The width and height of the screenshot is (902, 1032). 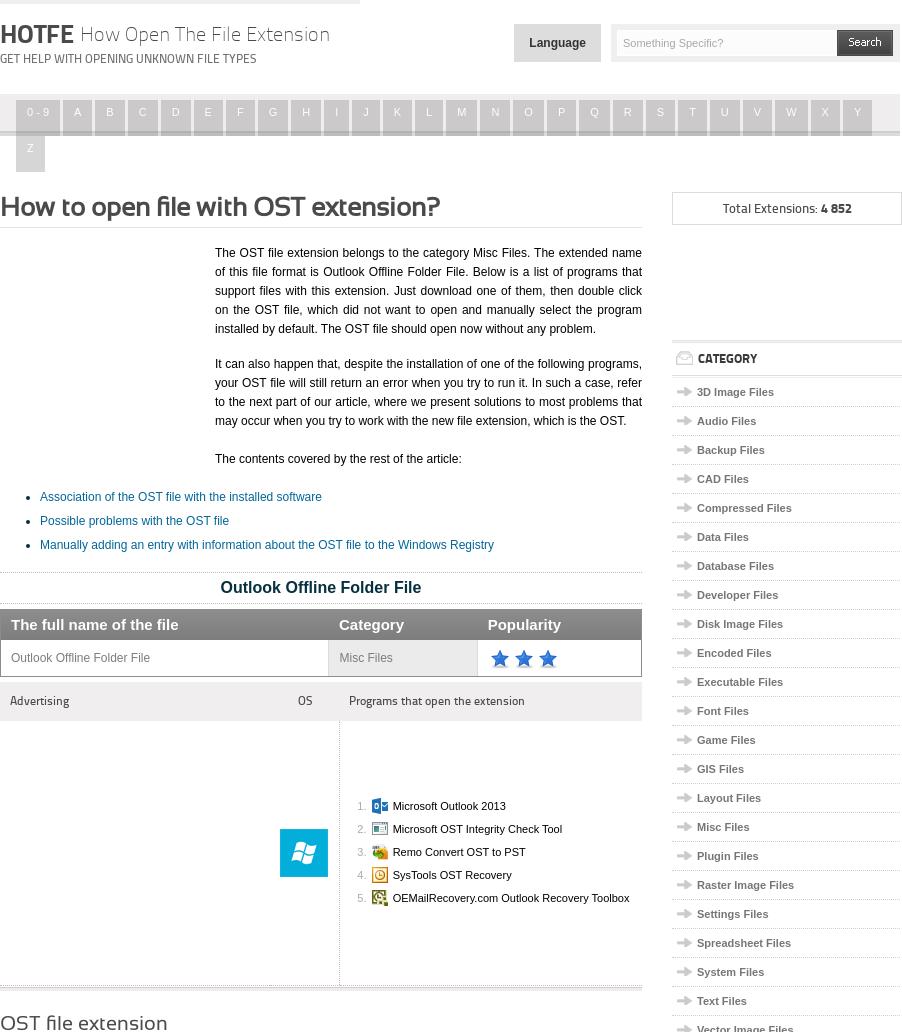 I want to click on 'V', so click(x=755, y=111).